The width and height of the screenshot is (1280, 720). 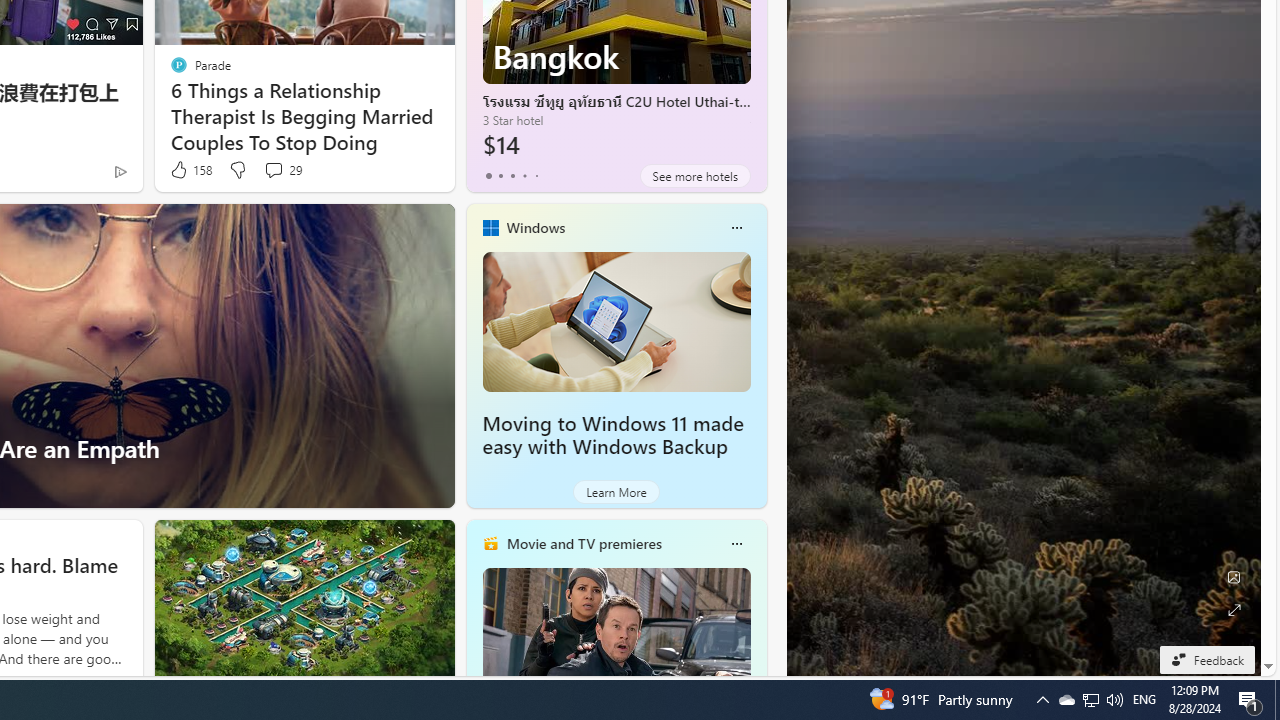 What do you see at coordinates (615, 320) in the screenshot?
I see `'Moving to Windows 11 made easy with Windows Backup'` at bounding box center [615, 320].